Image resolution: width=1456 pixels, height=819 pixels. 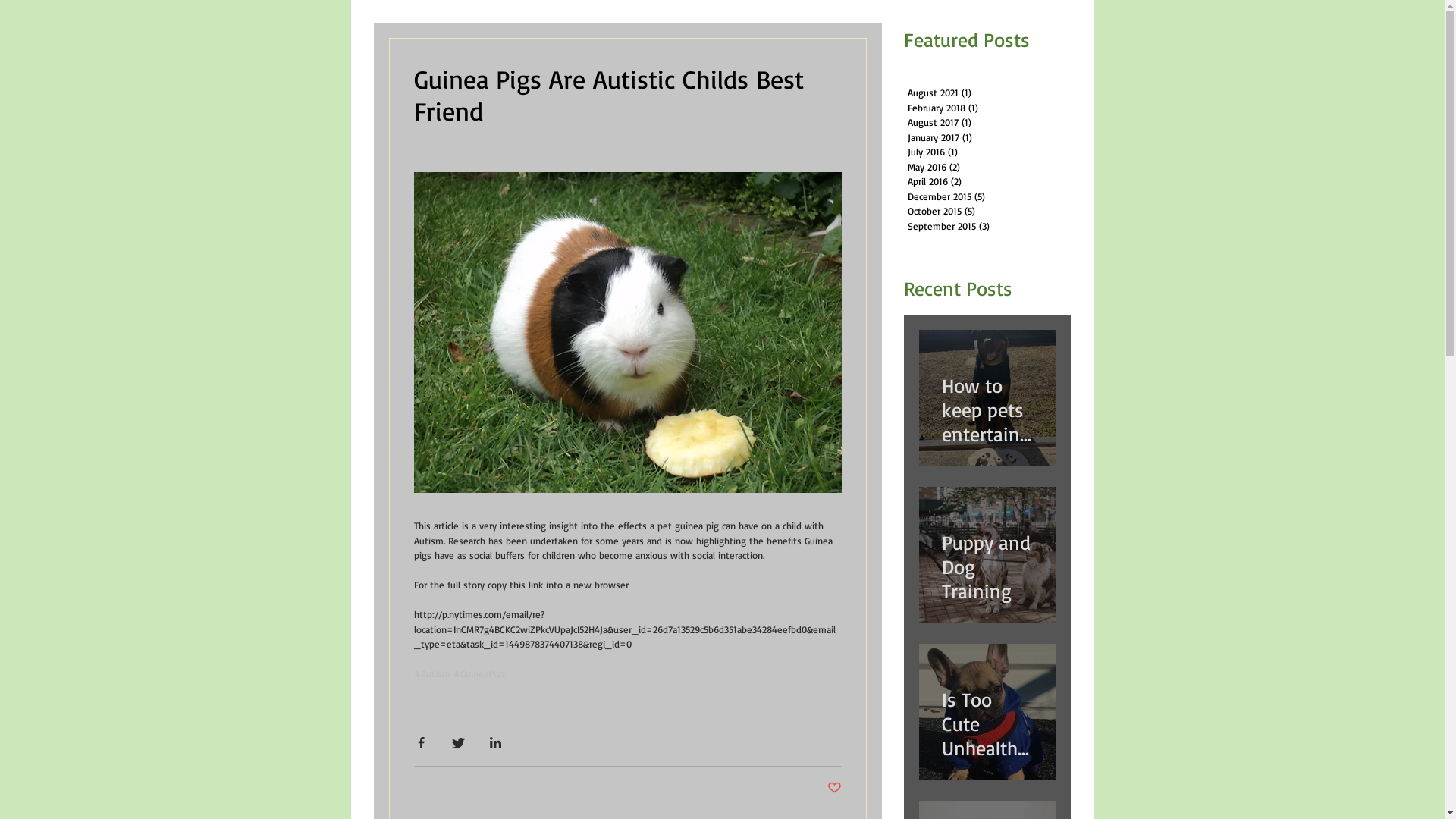 What do you see at coordinates (941, 717) in the screenshot?
I see `'Is Too Cute Unhealthy?'` at bounding box center [941, 717].